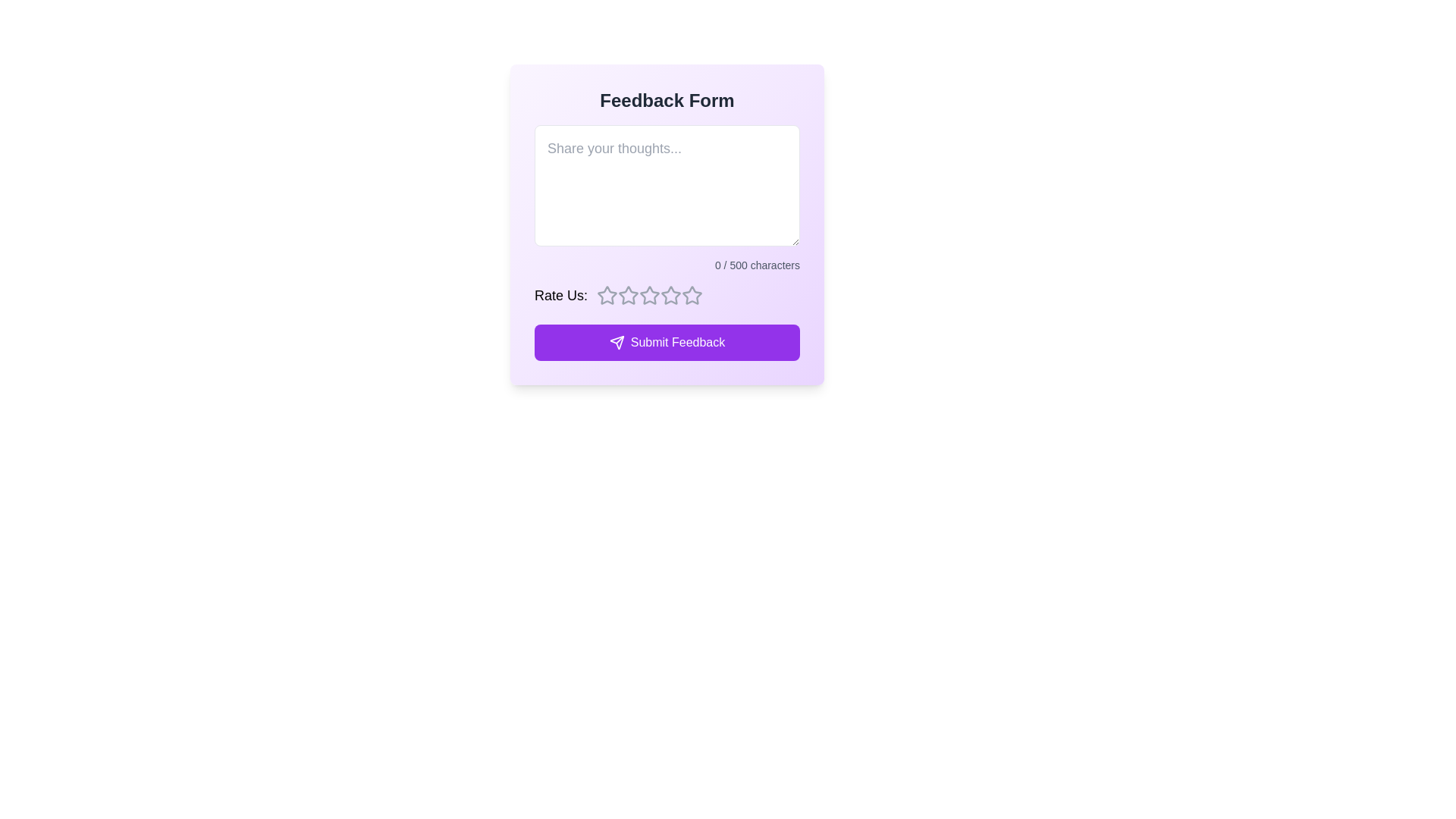 This screenshot has height=819, width=1456. Describe the element at coordinates (691, 295) in the screenshot. I see `the fifth star-shaped icon with a gray outline, representing the last star in the rating stars under 'Rate Us:'` at that location.